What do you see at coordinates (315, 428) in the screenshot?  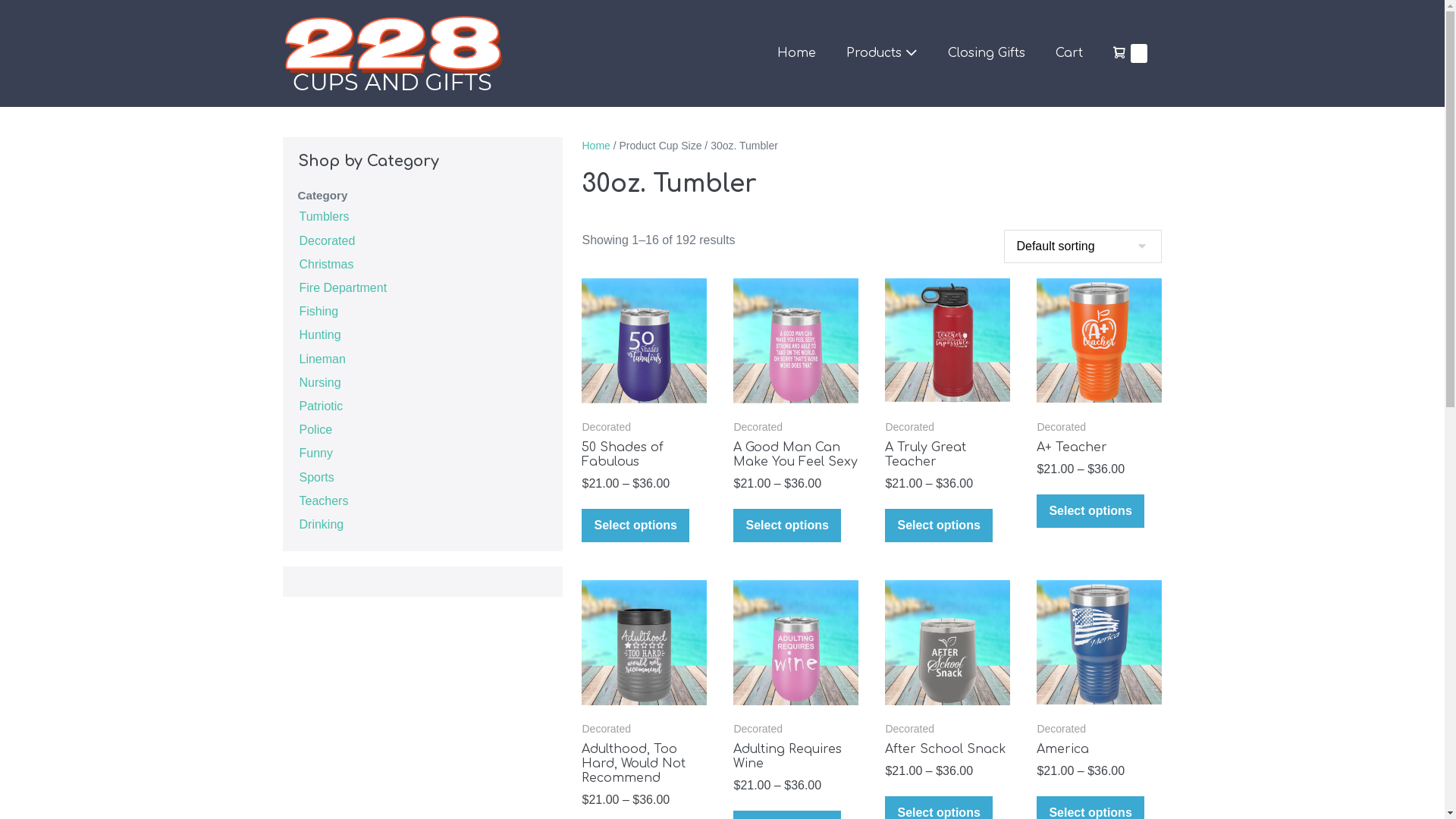 I see `'Police'` at bounding box center [315, 428].